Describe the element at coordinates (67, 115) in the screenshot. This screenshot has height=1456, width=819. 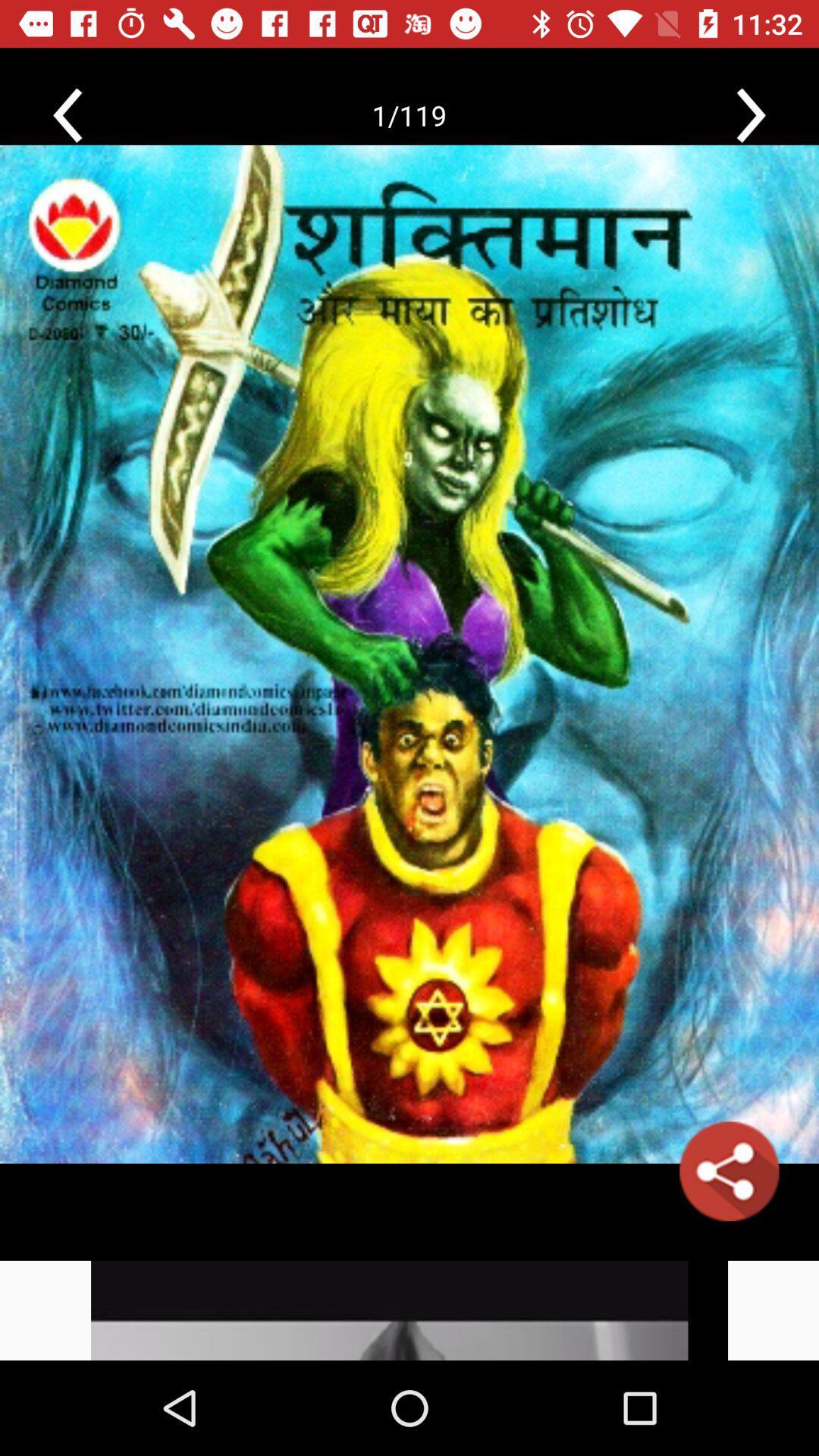
I see `the arrow_backward icon` at that location.